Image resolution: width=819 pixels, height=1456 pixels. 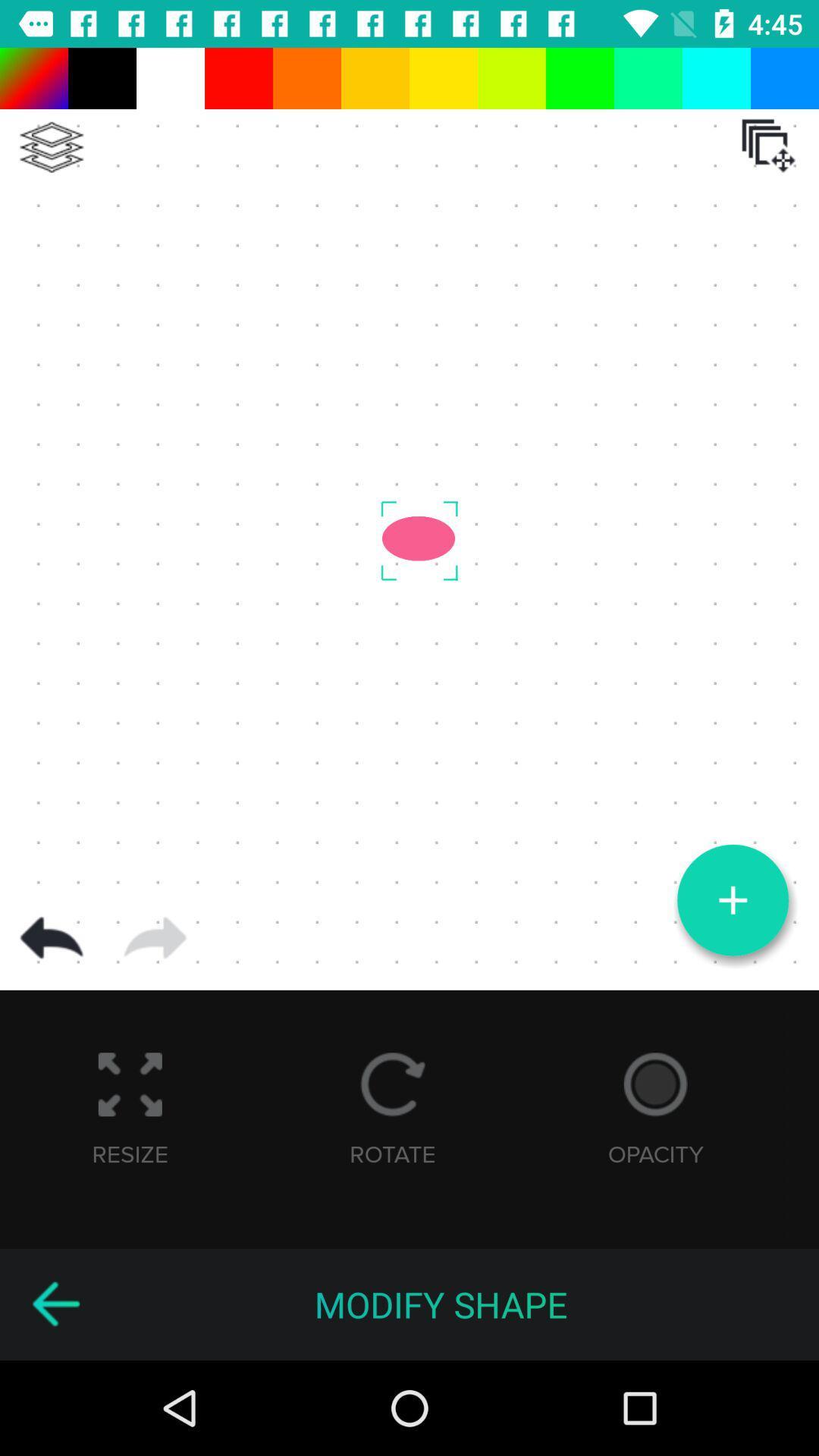 What do you see at coordinates (55, 1304) in the screenshot?
I see `lets you create powerful branding for your business in a matter of minutes` at bounding box center [55, 1304].